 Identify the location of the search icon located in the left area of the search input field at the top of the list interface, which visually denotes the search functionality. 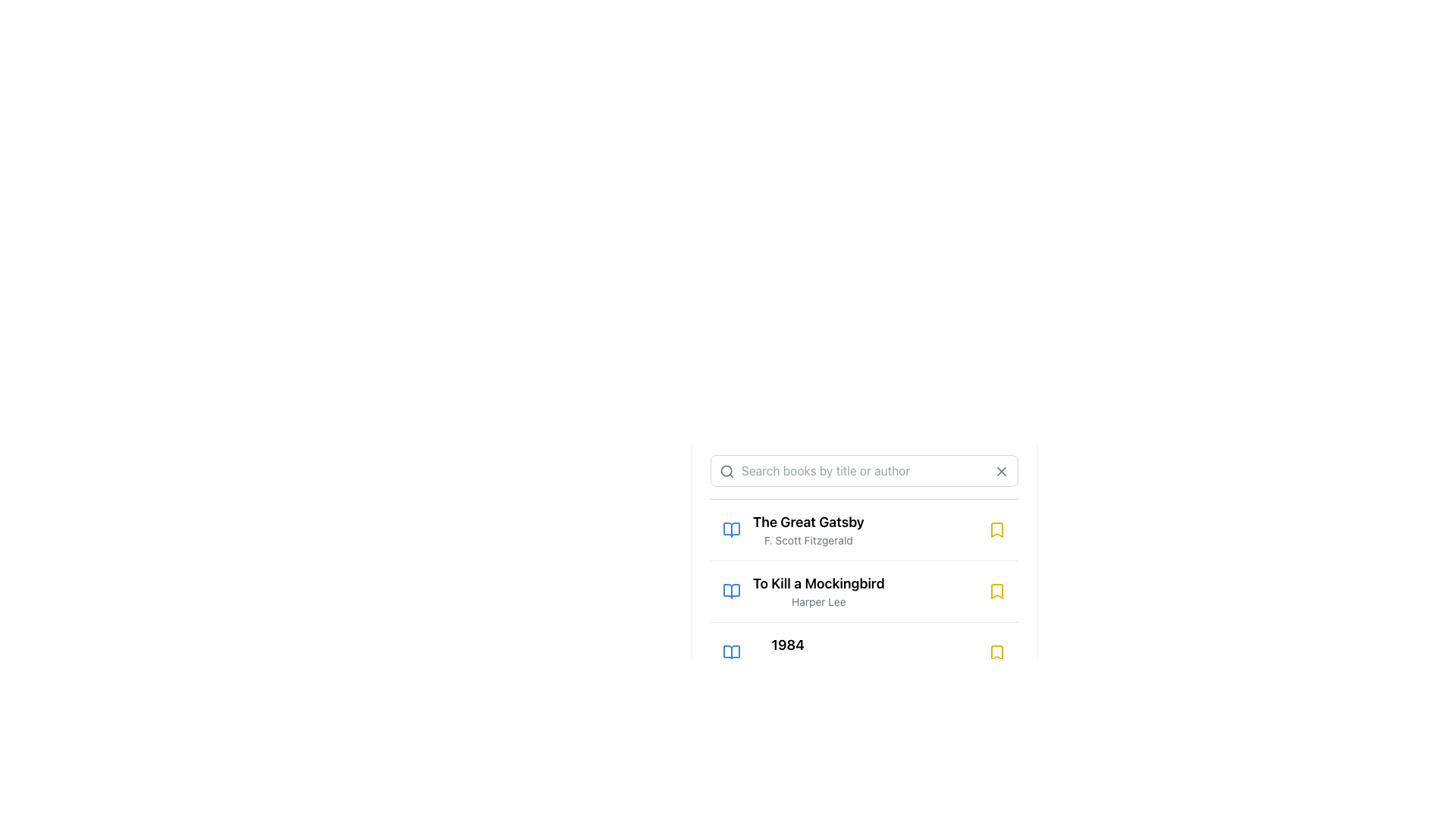
(726, 470).